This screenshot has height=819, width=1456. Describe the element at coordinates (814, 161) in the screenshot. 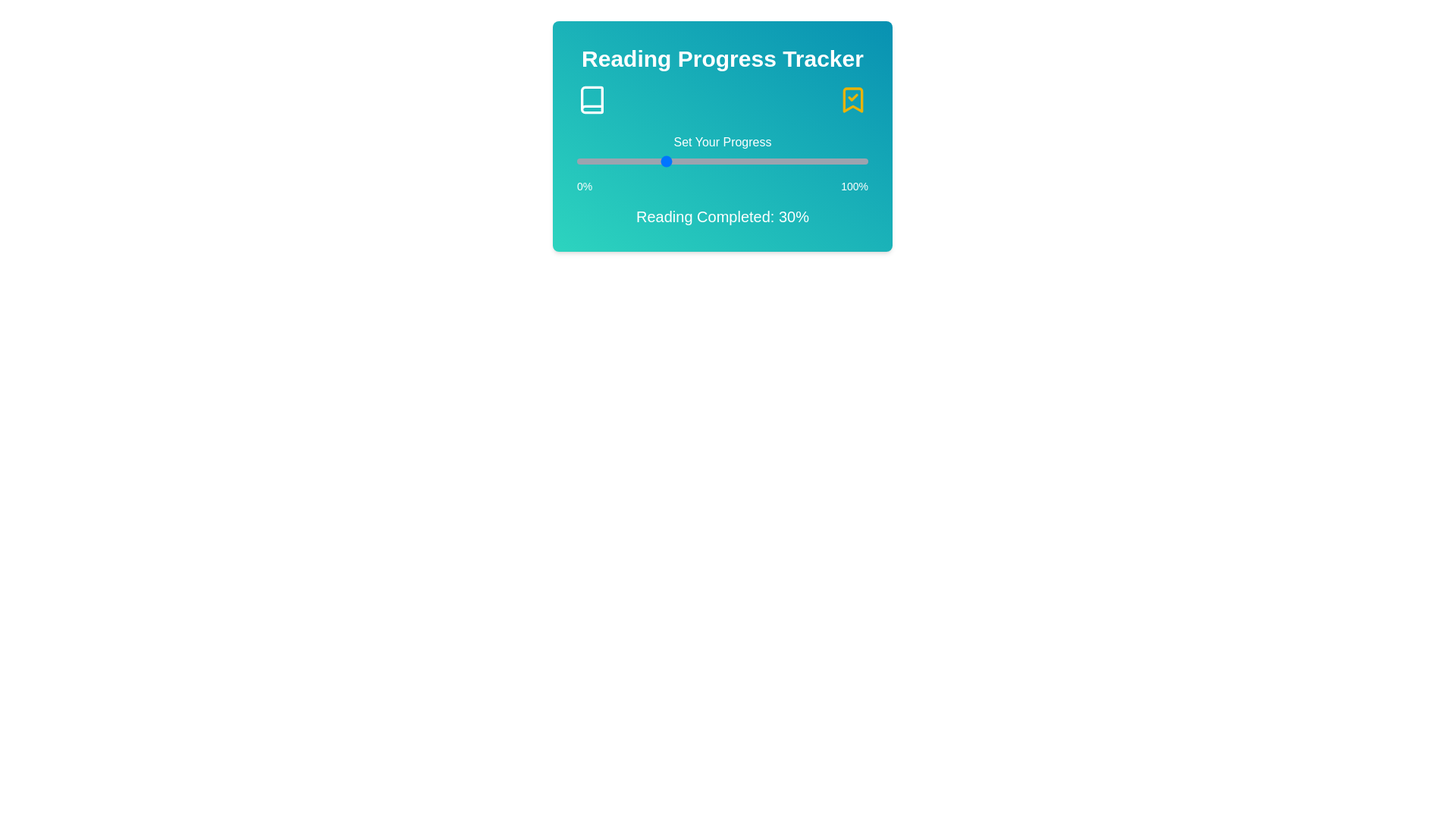

I see `the reading progress slider to 82%` at that location.